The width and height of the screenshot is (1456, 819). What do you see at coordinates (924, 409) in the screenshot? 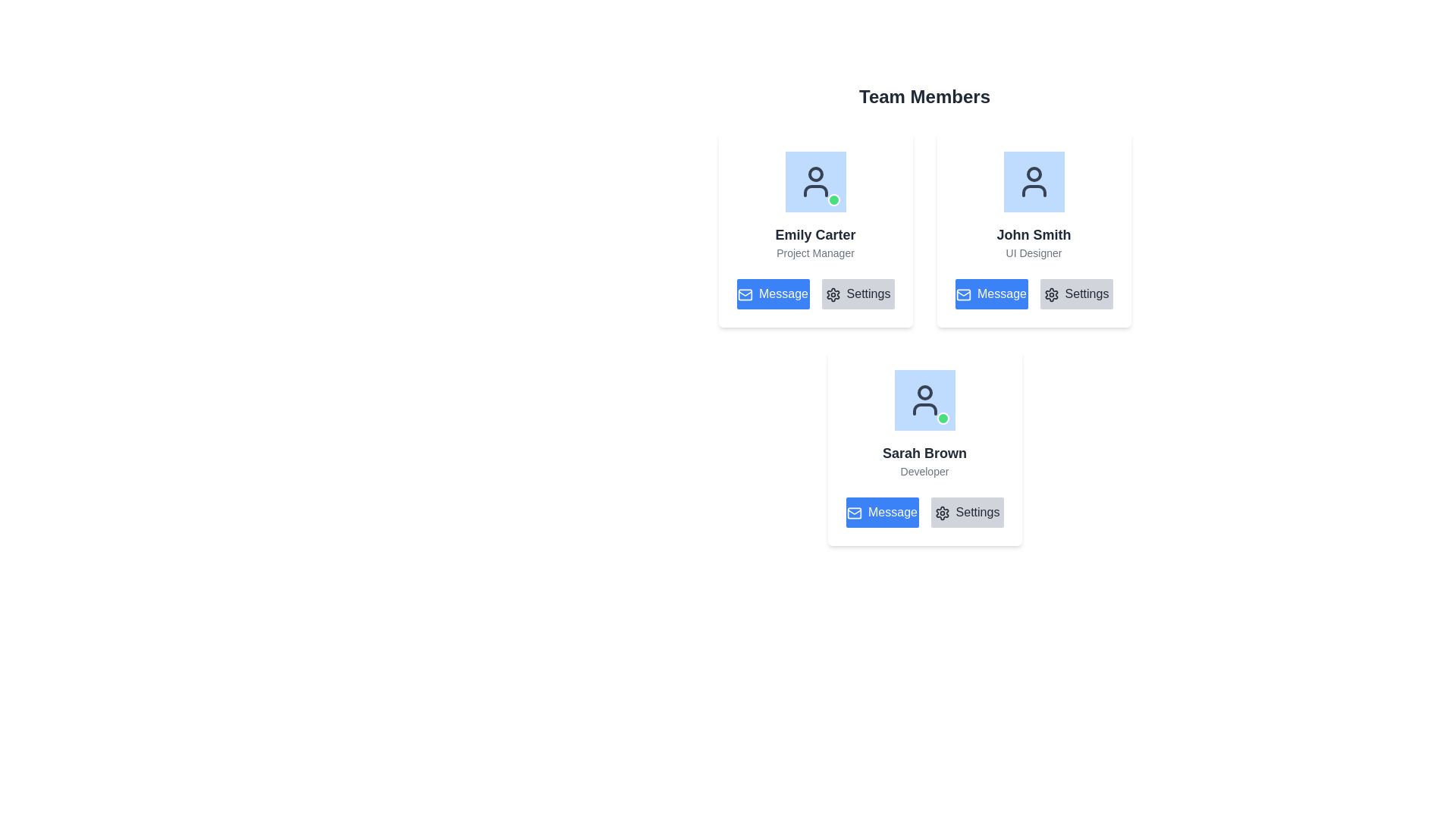
I see `the semicircular shape located below the avatar icon of Sarah Brown's card in the bottom row of a 3-card grid layout` at bounding box center [924, 409].